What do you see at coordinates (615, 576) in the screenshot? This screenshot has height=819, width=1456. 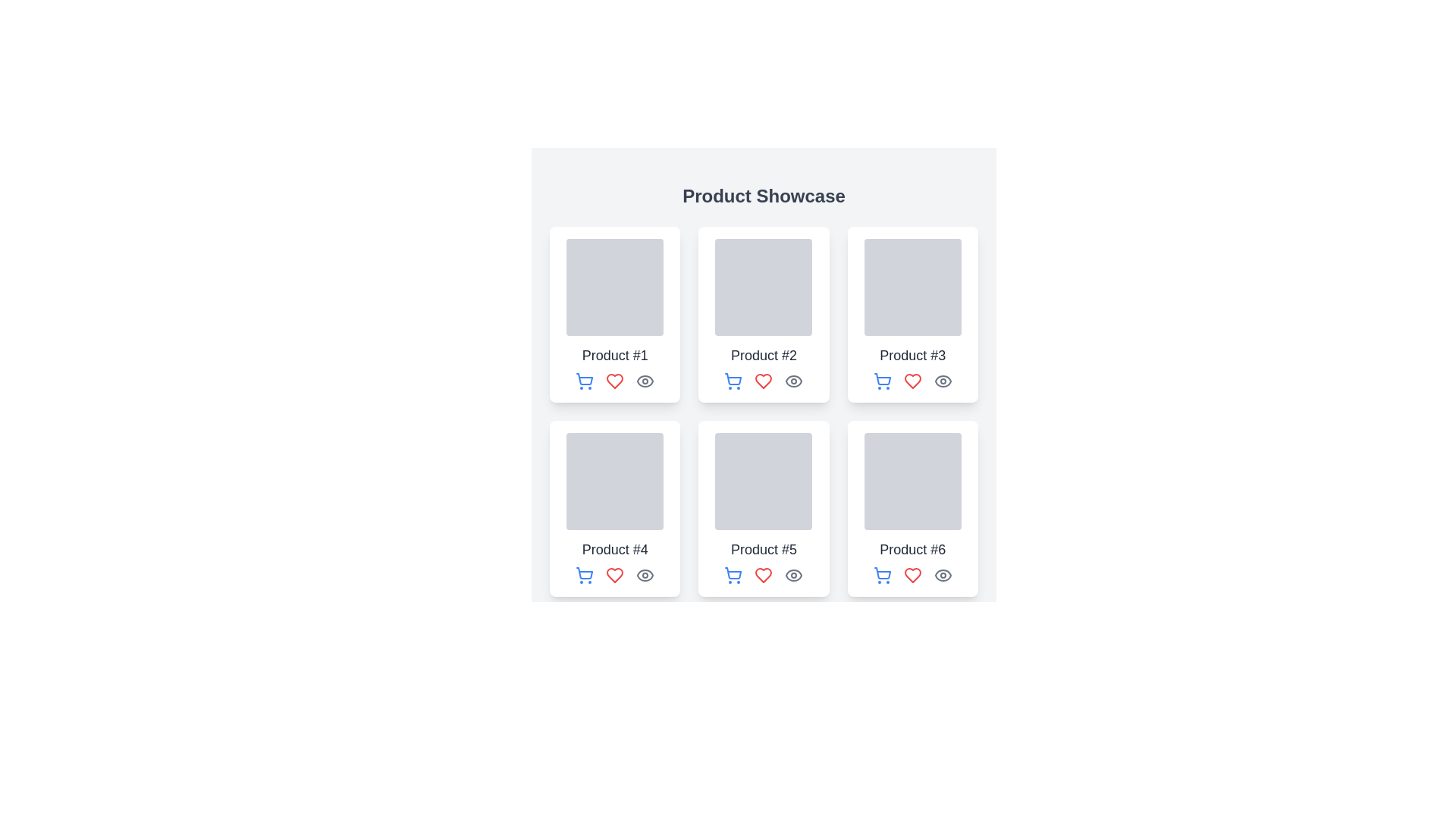 I see `the heart icon located within the card for 'Product #4' to mark the product as a favorite` at bounding box center [615, 576].